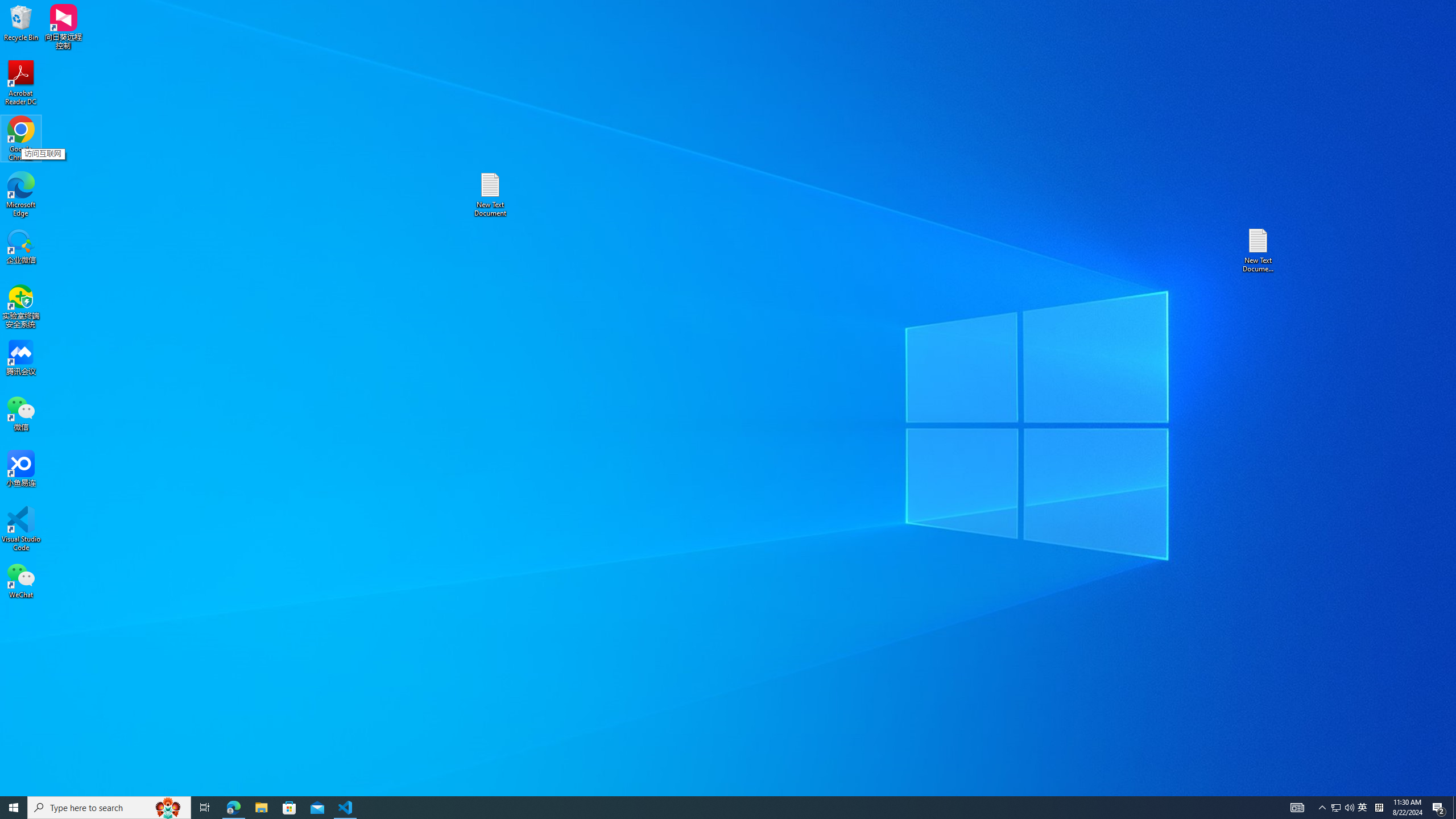 The width and height of the screenshot is (1456, 819). What do you see at coordinates (20, 580) in the screenshot?
I see `'WeChat'` at bounding box center [20, 580].